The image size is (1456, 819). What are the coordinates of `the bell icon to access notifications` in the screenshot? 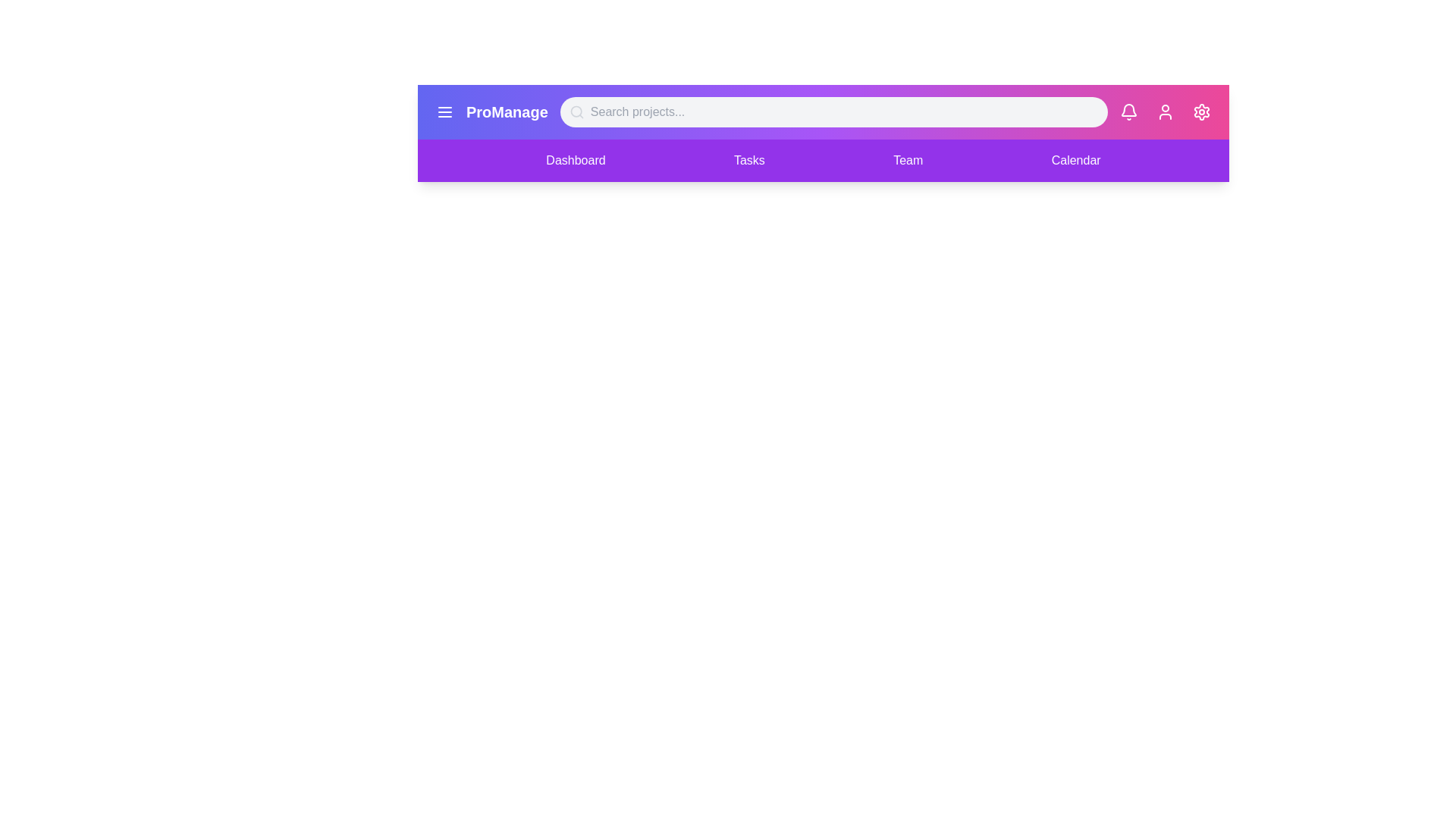 It's located at (1128, 111).